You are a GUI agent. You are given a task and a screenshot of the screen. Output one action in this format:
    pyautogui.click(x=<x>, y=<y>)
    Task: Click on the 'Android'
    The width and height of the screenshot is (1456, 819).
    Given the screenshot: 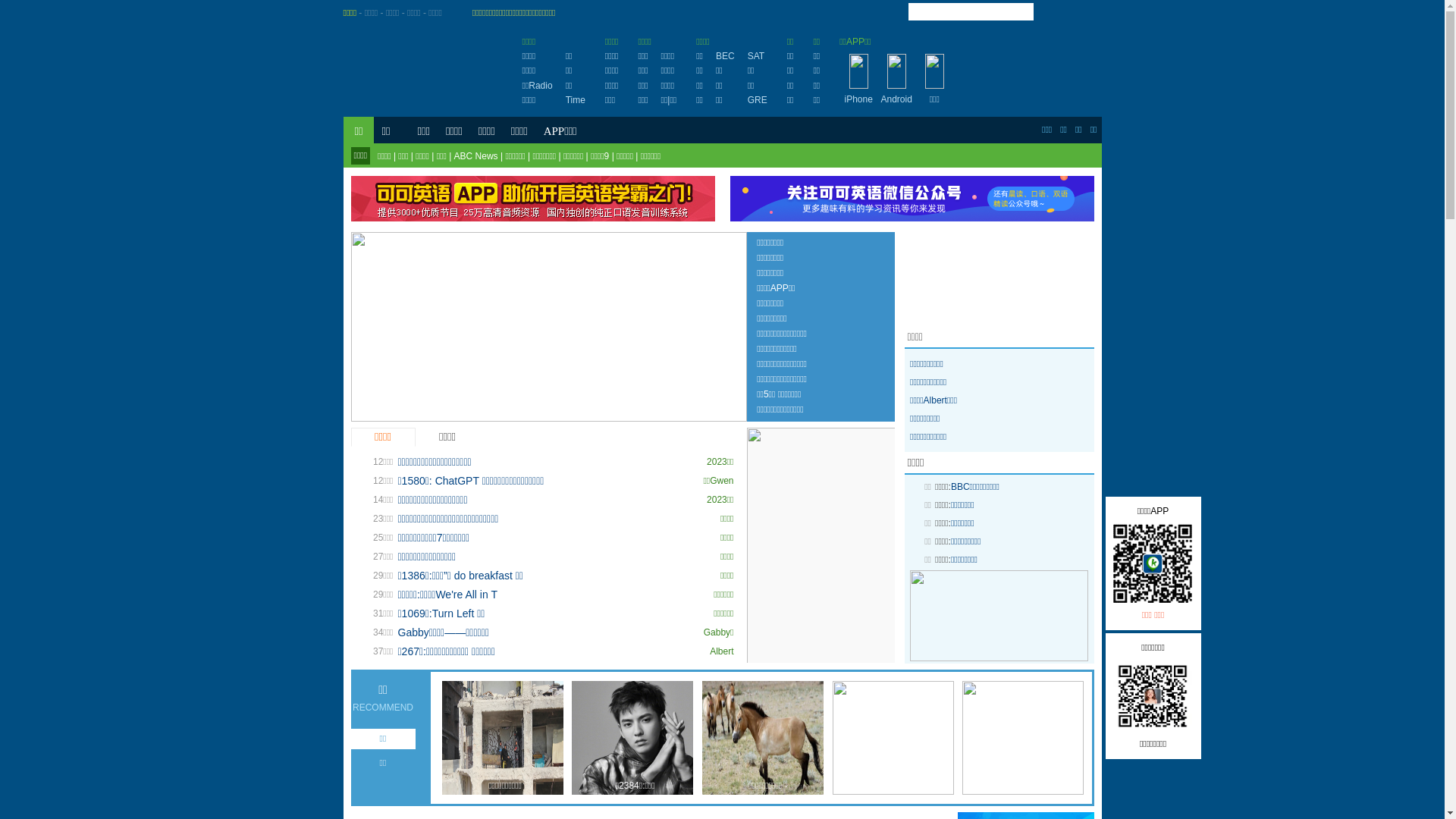 What is the action you would take?
    pyautogui.click(x=896, y=99)
    